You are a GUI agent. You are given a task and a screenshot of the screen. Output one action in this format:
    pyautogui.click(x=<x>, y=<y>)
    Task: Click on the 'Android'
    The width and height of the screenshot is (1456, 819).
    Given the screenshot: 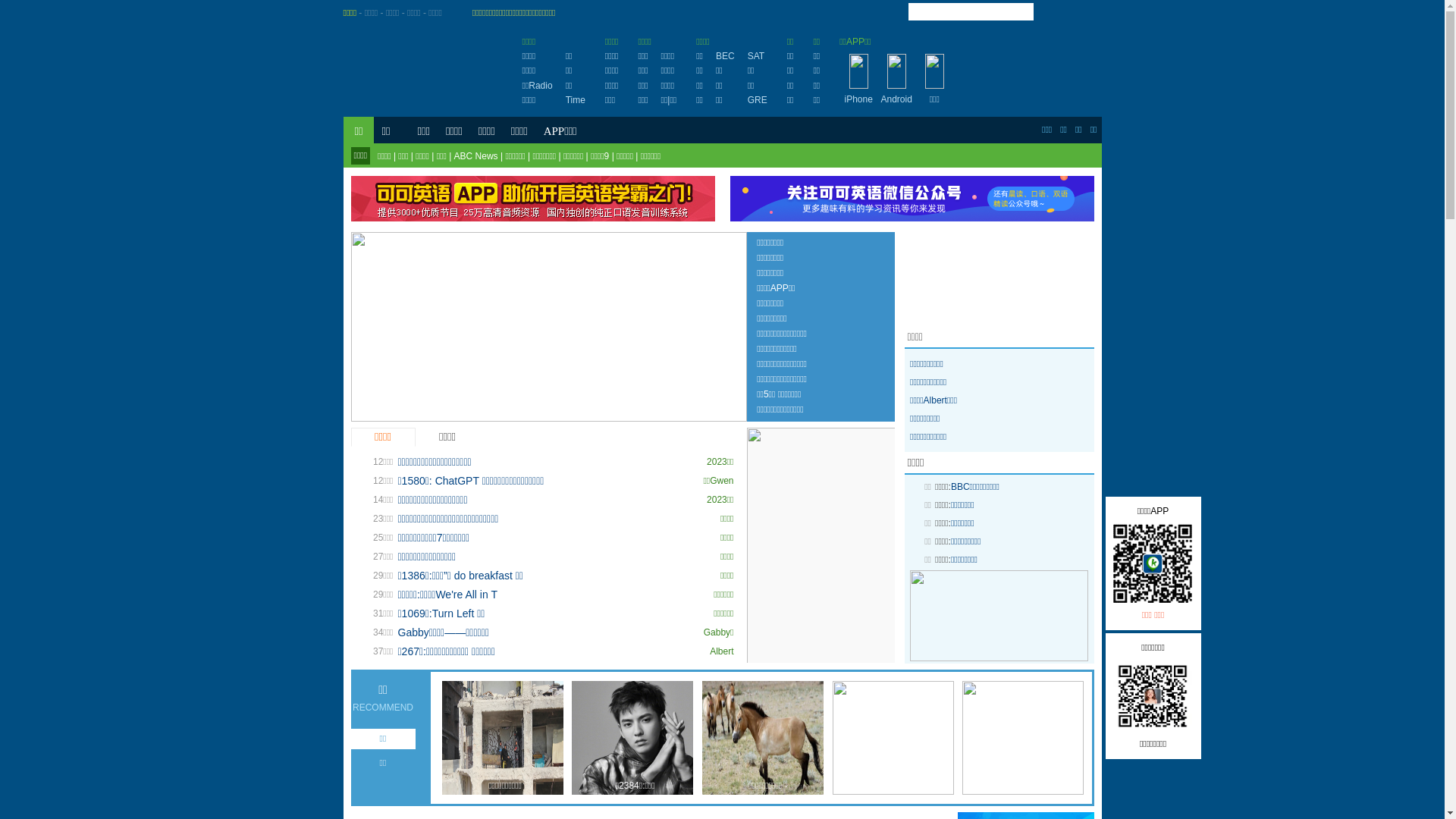 What is the action you would take?
    pyautogui.click(x=896, y=99)
    